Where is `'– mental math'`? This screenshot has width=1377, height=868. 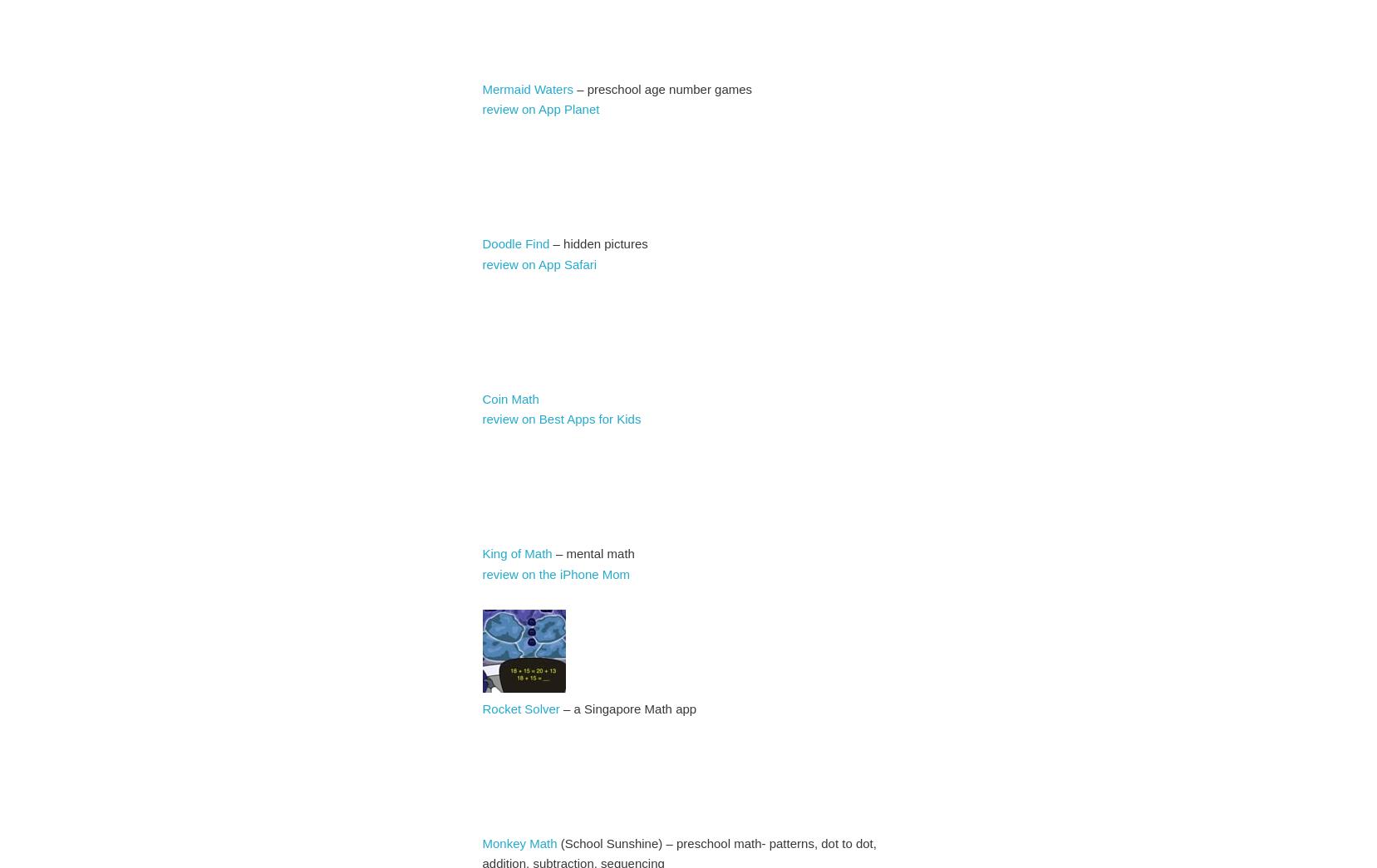
'– mental math' is located at coordinates (592, 553).